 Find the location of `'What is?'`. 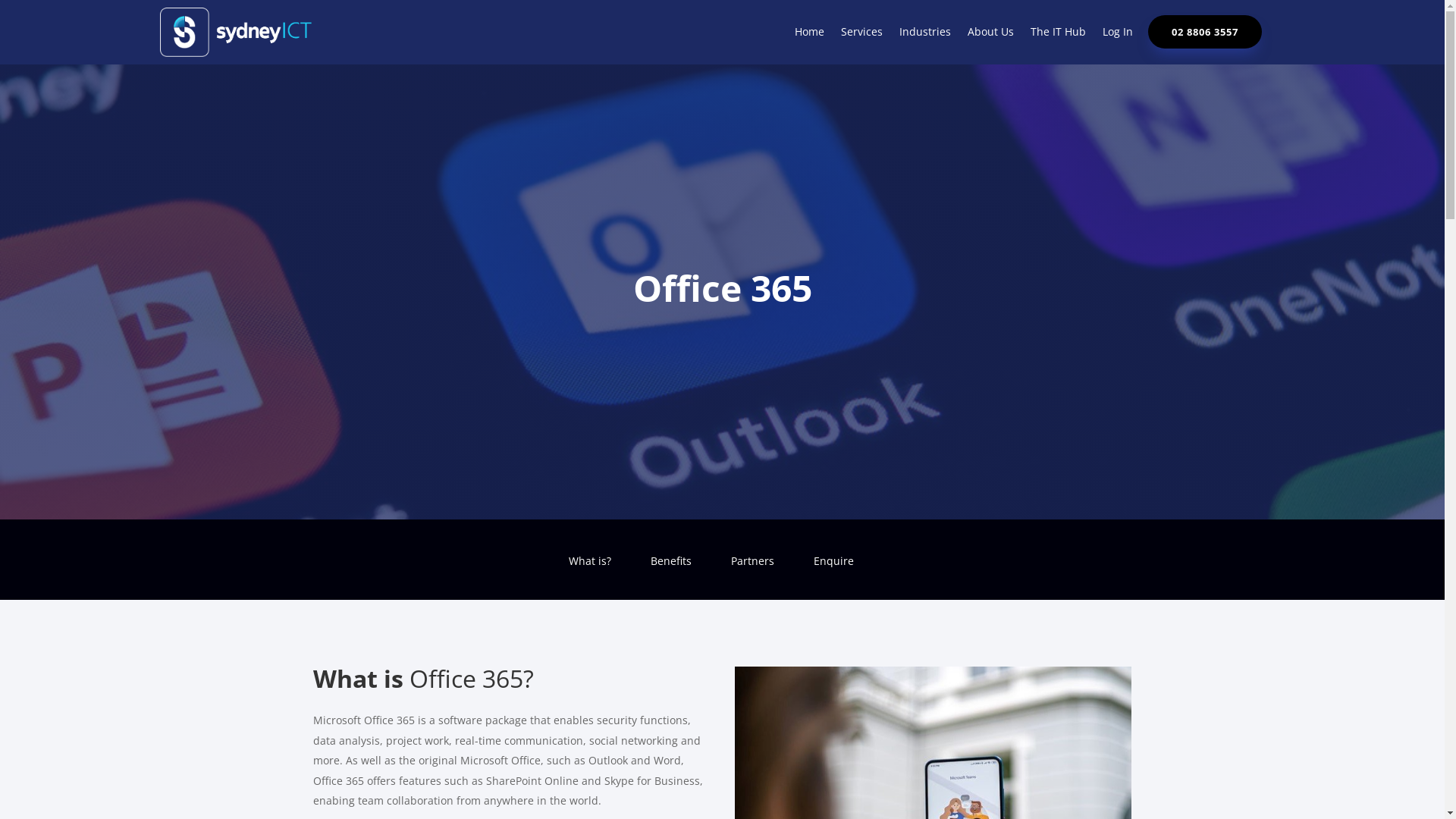

'What is?' is located at coordinates (588, 572).